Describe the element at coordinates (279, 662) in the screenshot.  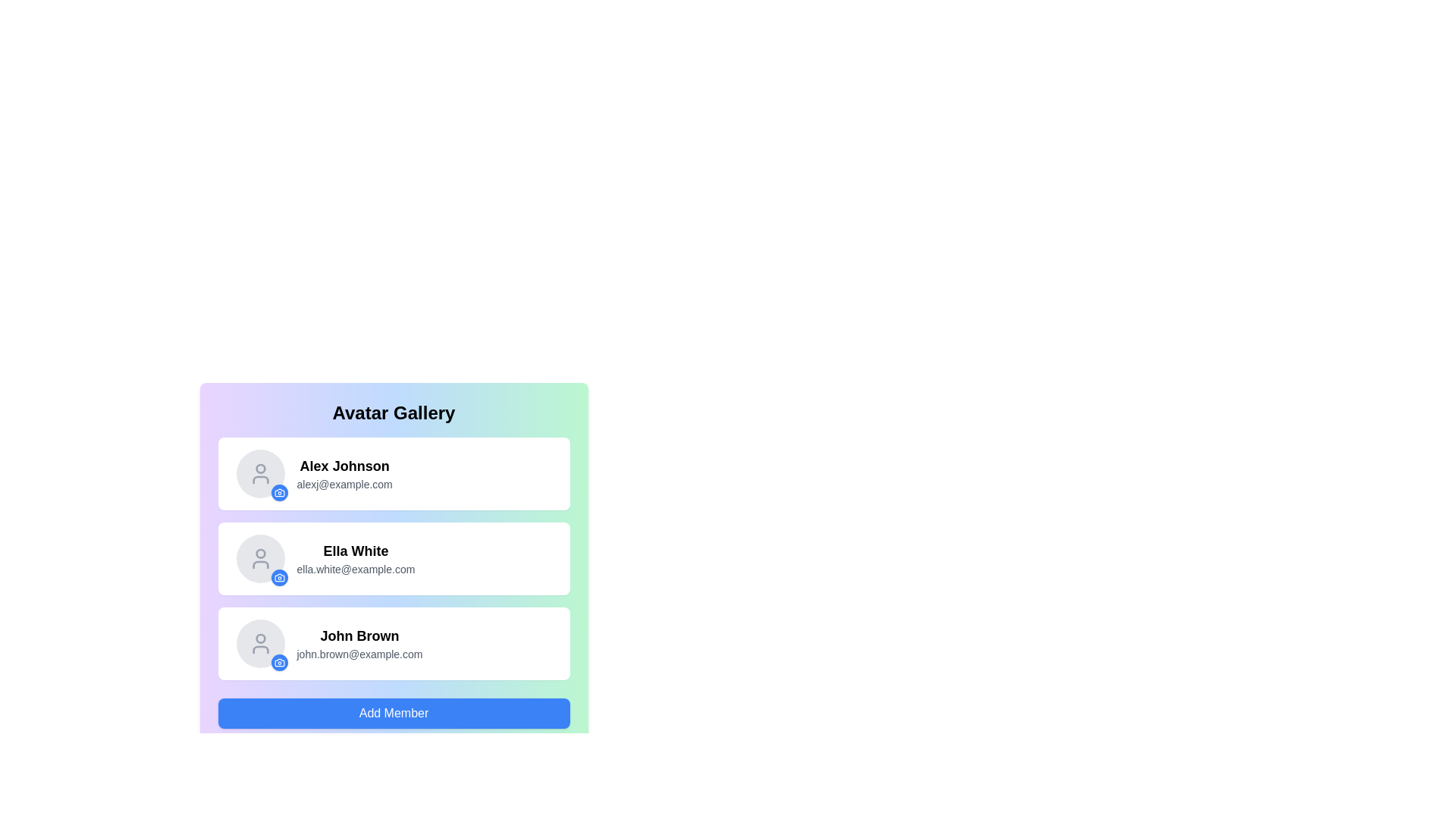
I see `the small circular button with a blue background and camera icon located in the bottom-right corner of John Brown's avatar` at that location.